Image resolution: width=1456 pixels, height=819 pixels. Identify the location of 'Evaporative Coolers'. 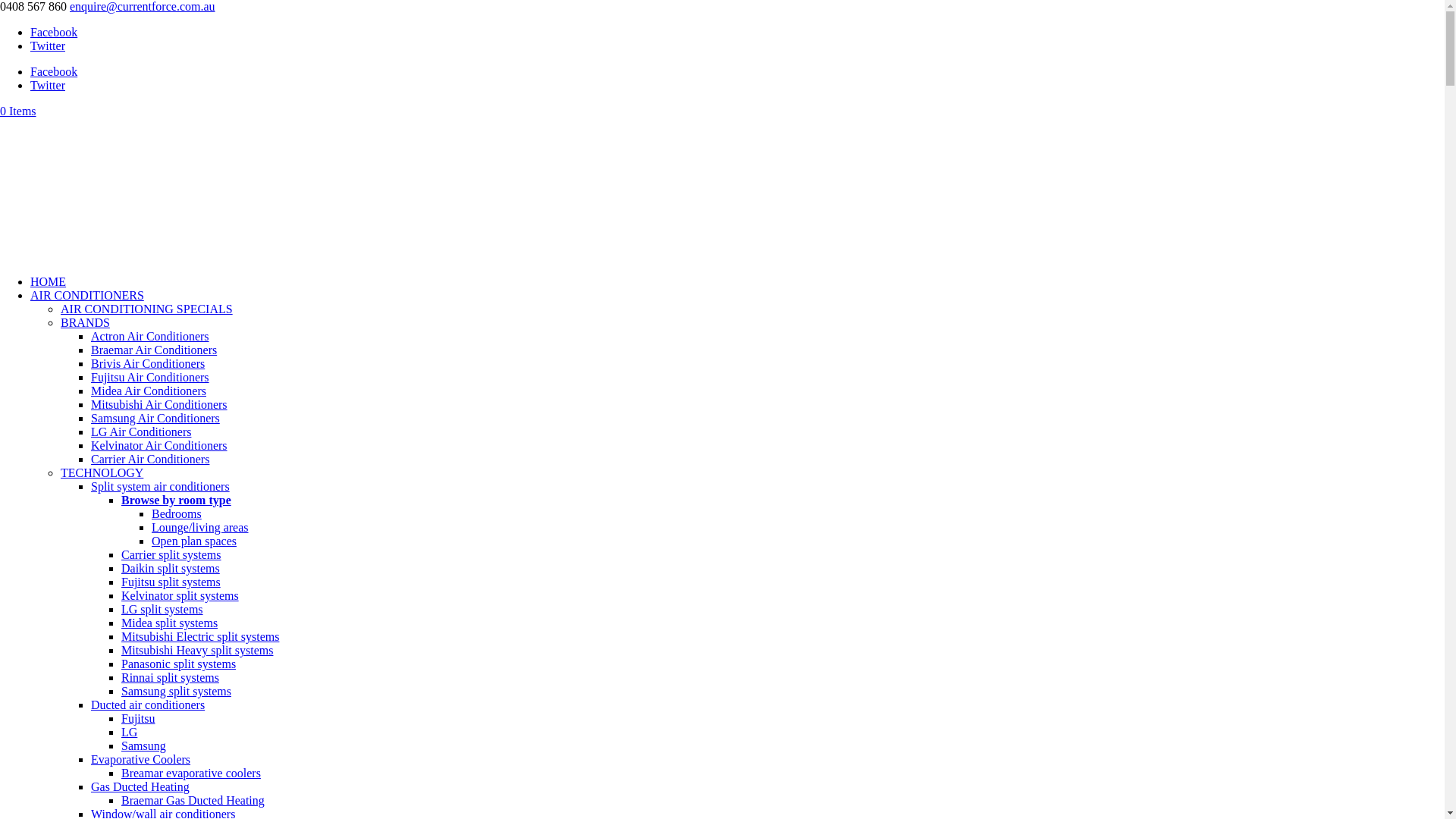
(140, 759).